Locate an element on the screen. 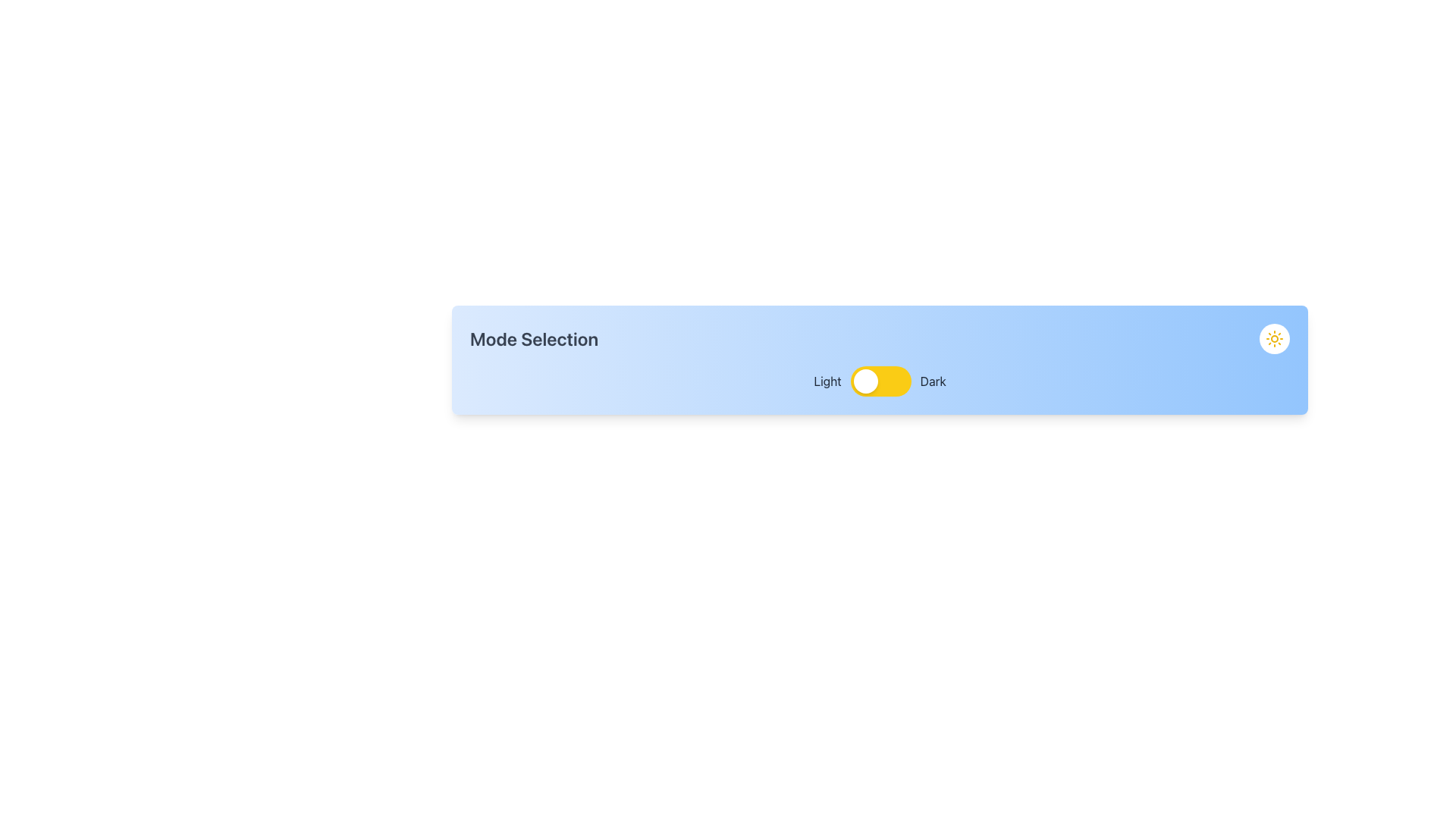  the 'Mode Selection' text label, which is bold and gray, located on a light blue background towards the top-left corner of the navigation panel is located at coordinates (534, 338).